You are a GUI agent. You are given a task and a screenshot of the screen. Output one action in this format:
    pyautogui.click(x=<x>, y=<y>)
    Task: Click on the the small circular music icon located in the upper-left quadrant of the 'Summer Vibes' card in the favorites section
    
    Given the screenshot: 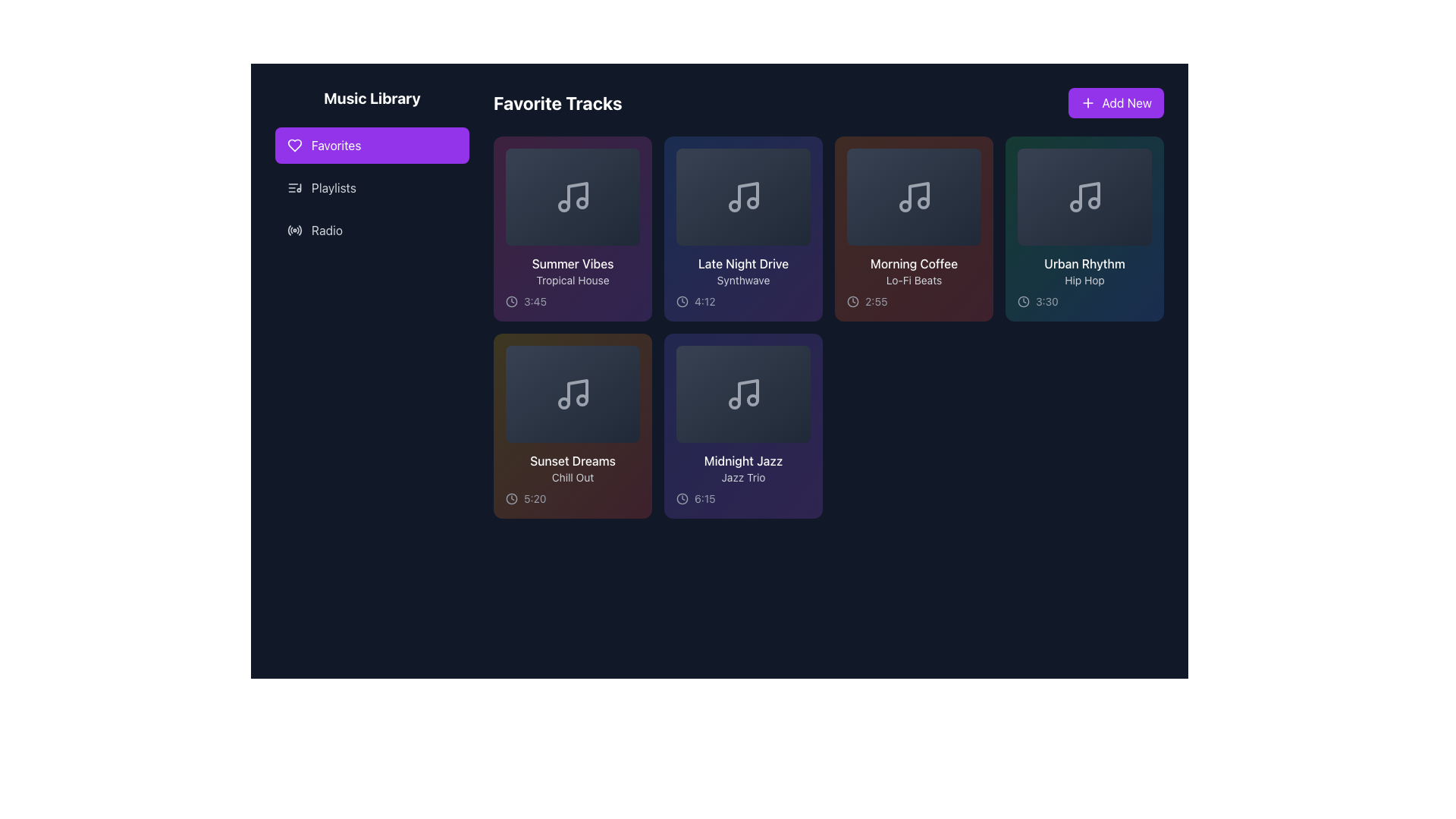 What is the action you would take?
    pyautogui.click(x=563, y=206)
    